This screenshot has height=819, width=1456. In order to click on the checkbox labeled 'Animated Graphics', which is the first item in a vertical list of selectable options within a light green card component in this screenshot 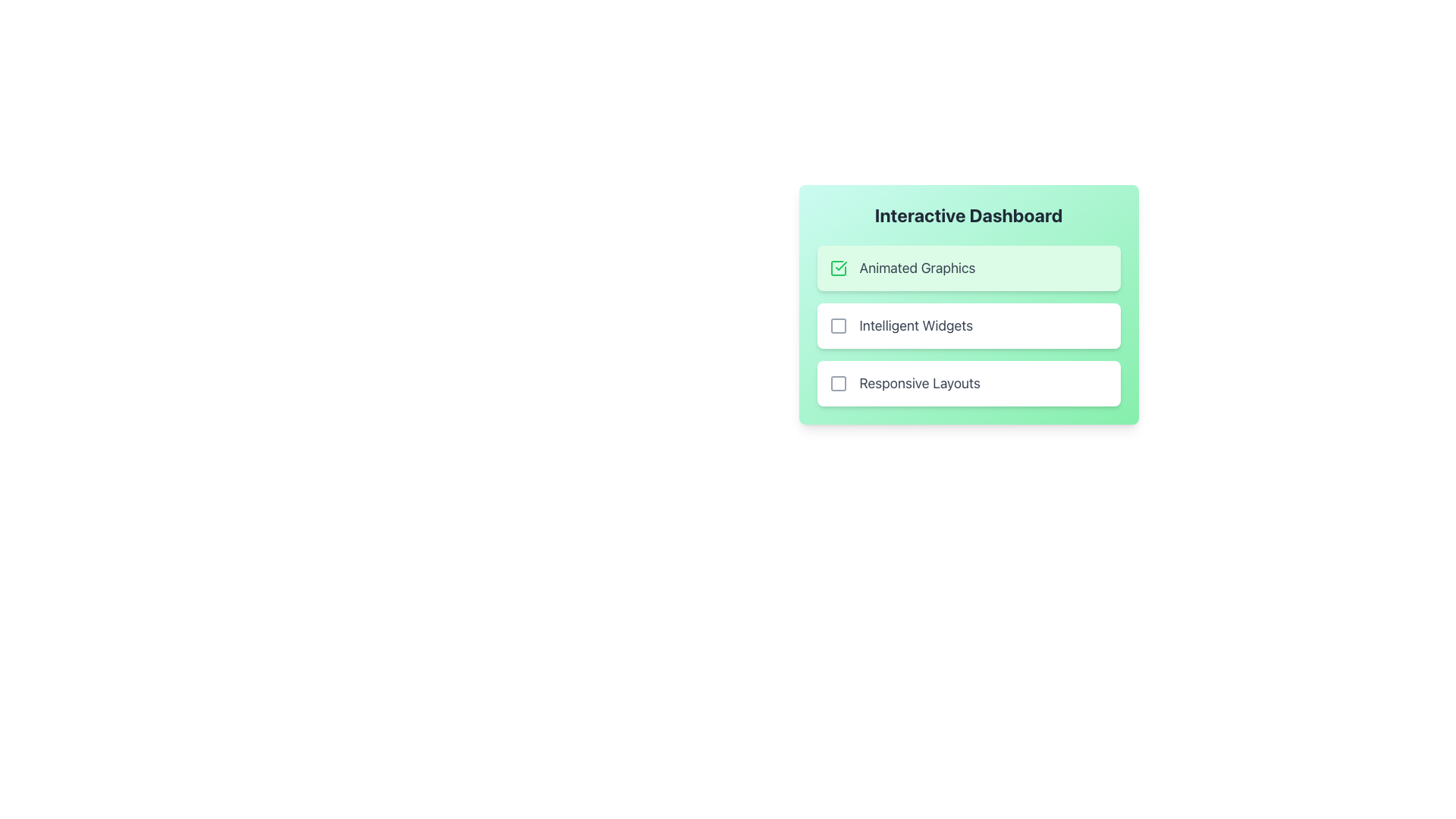, I will do `click(902, 268)`.